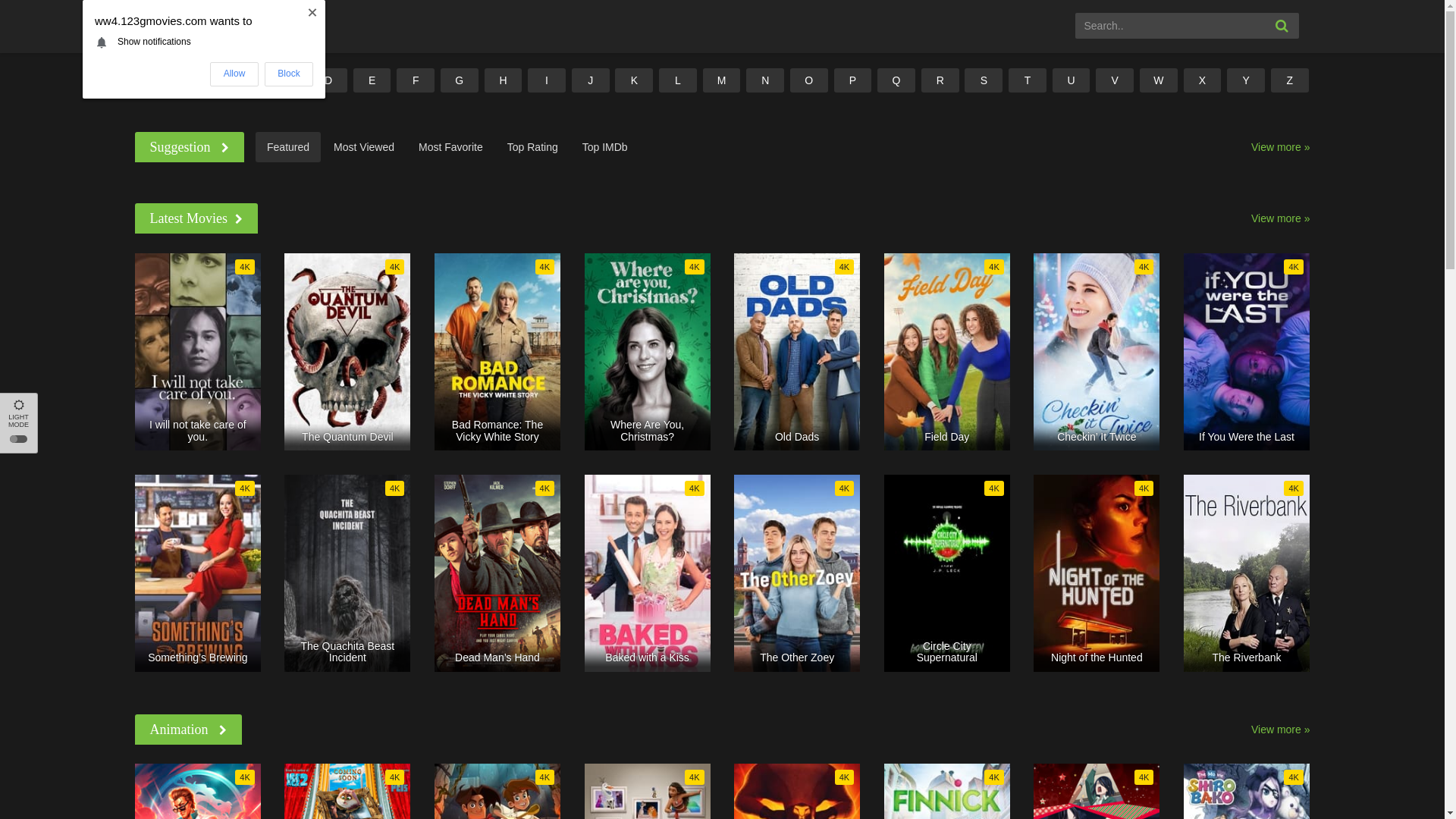  What do you see at coordinates (372, 80) in the screenshot?
I see `'E'` at bounding box center [372, 80].